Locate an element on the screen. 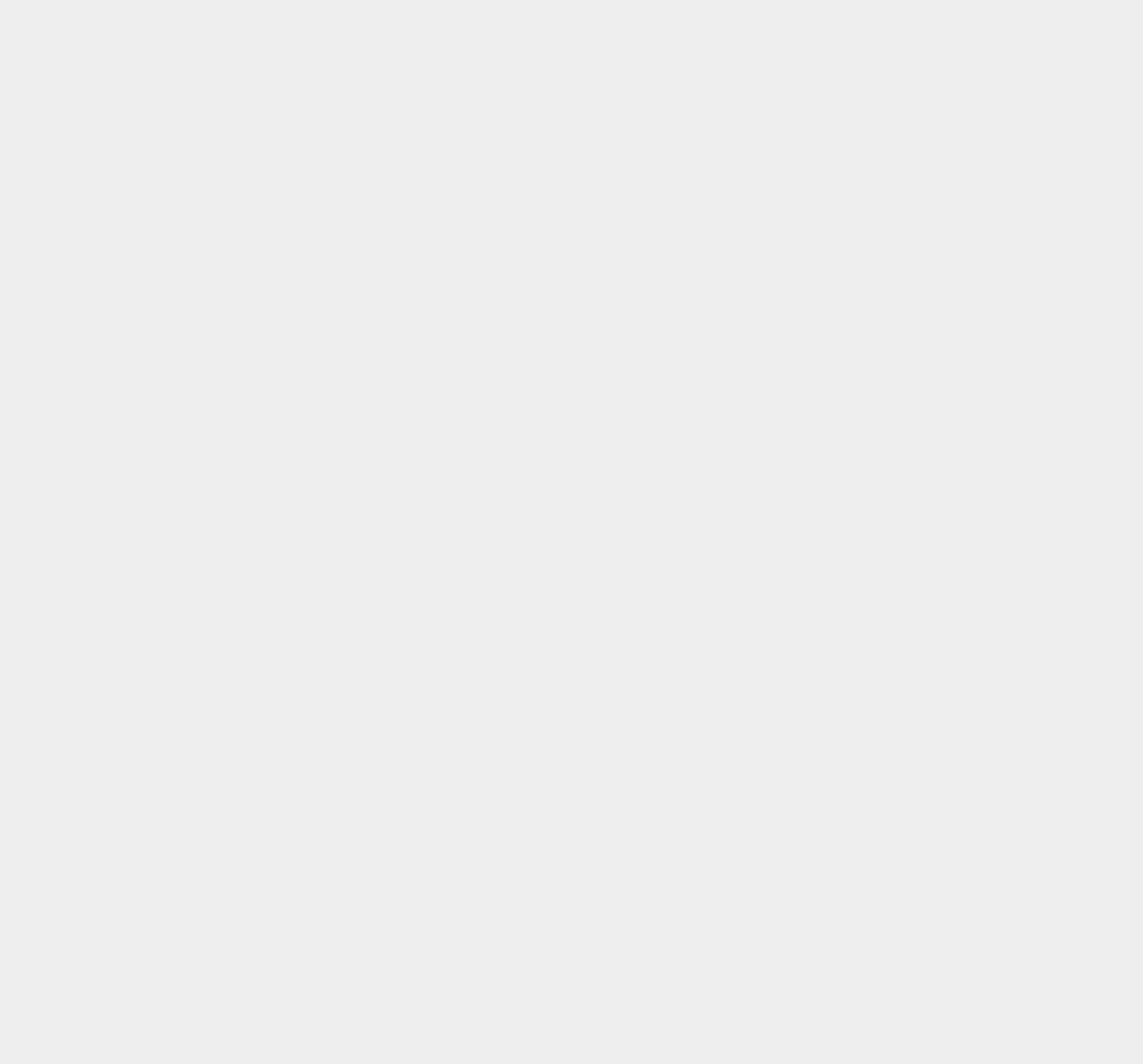  'iPhone 4S' is located at coordinates (807, 25).